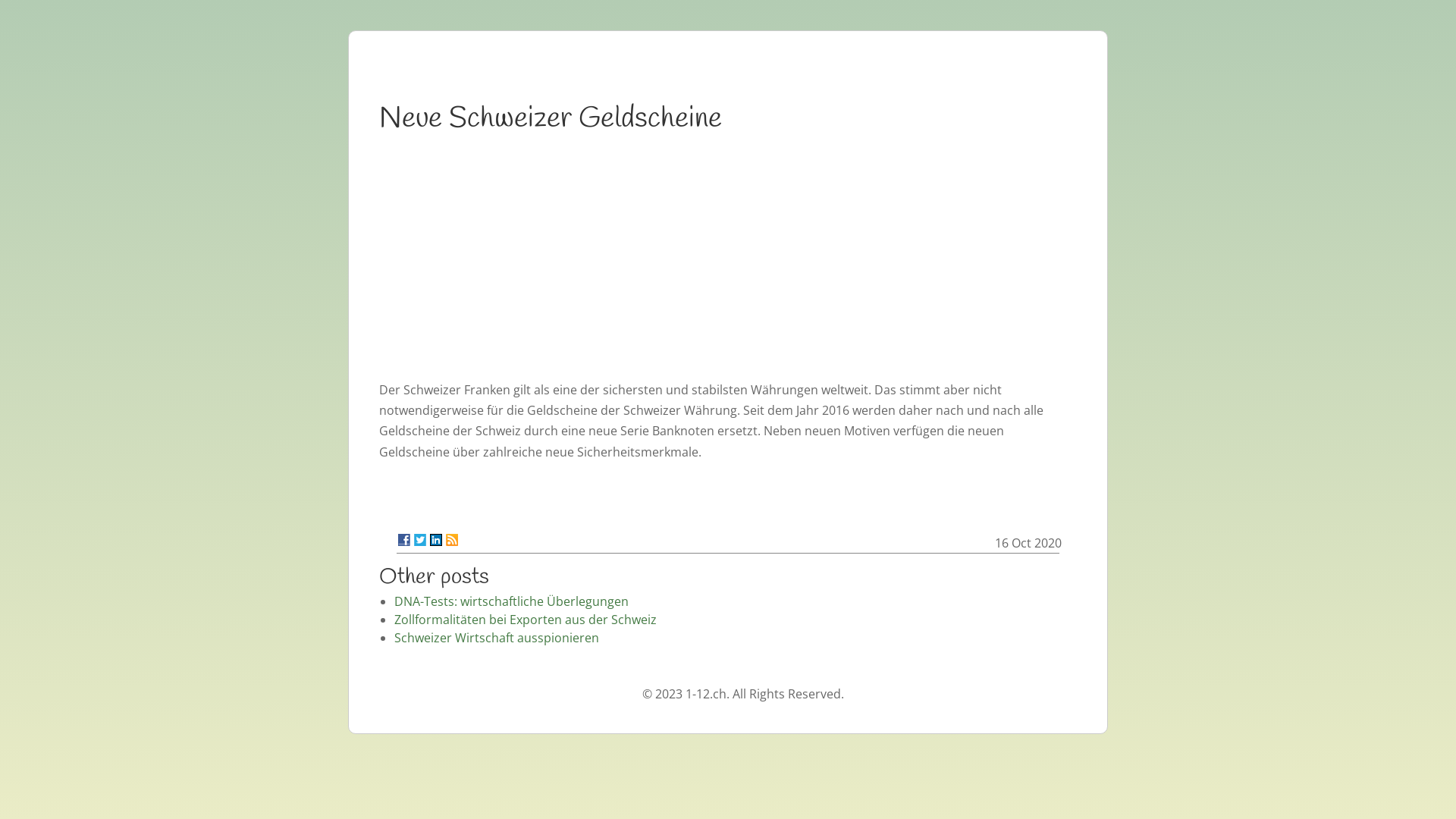  I want to click on 'Facebook', so click(397, 539).